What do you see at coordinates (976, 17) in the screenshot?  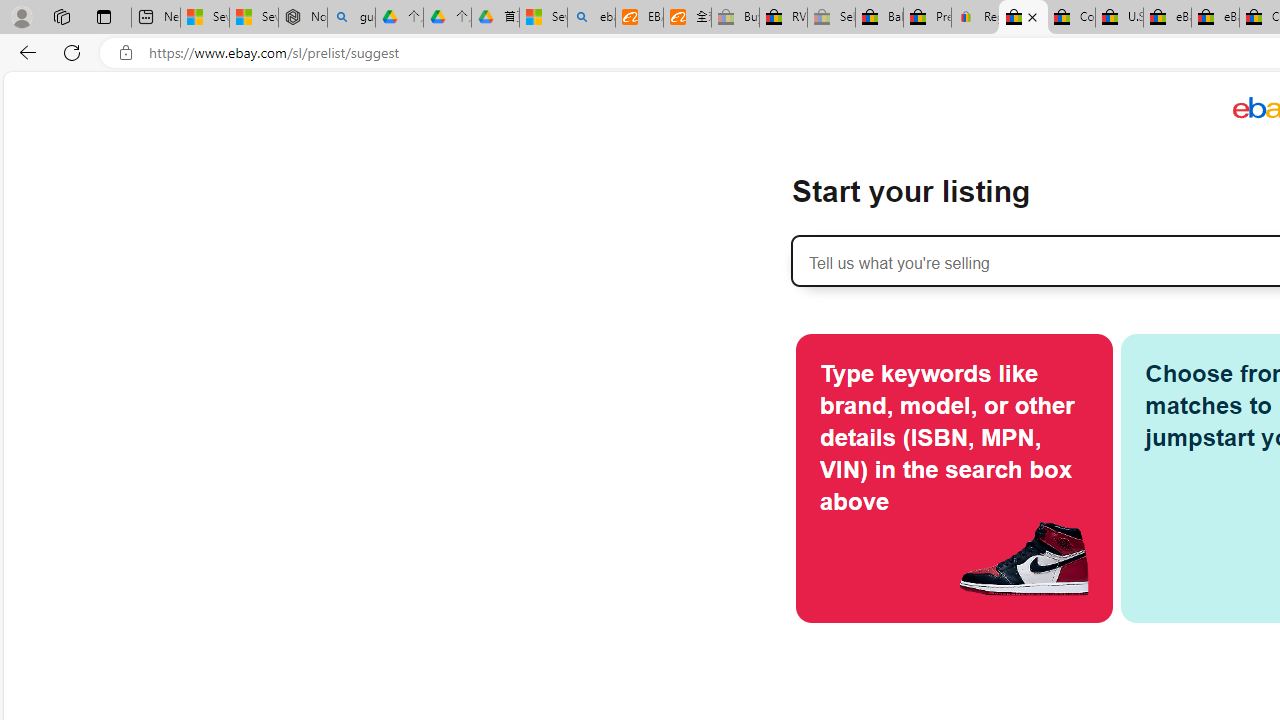 I see `'Register: Create a personal eBay account'` at bounding box center [976, 17].